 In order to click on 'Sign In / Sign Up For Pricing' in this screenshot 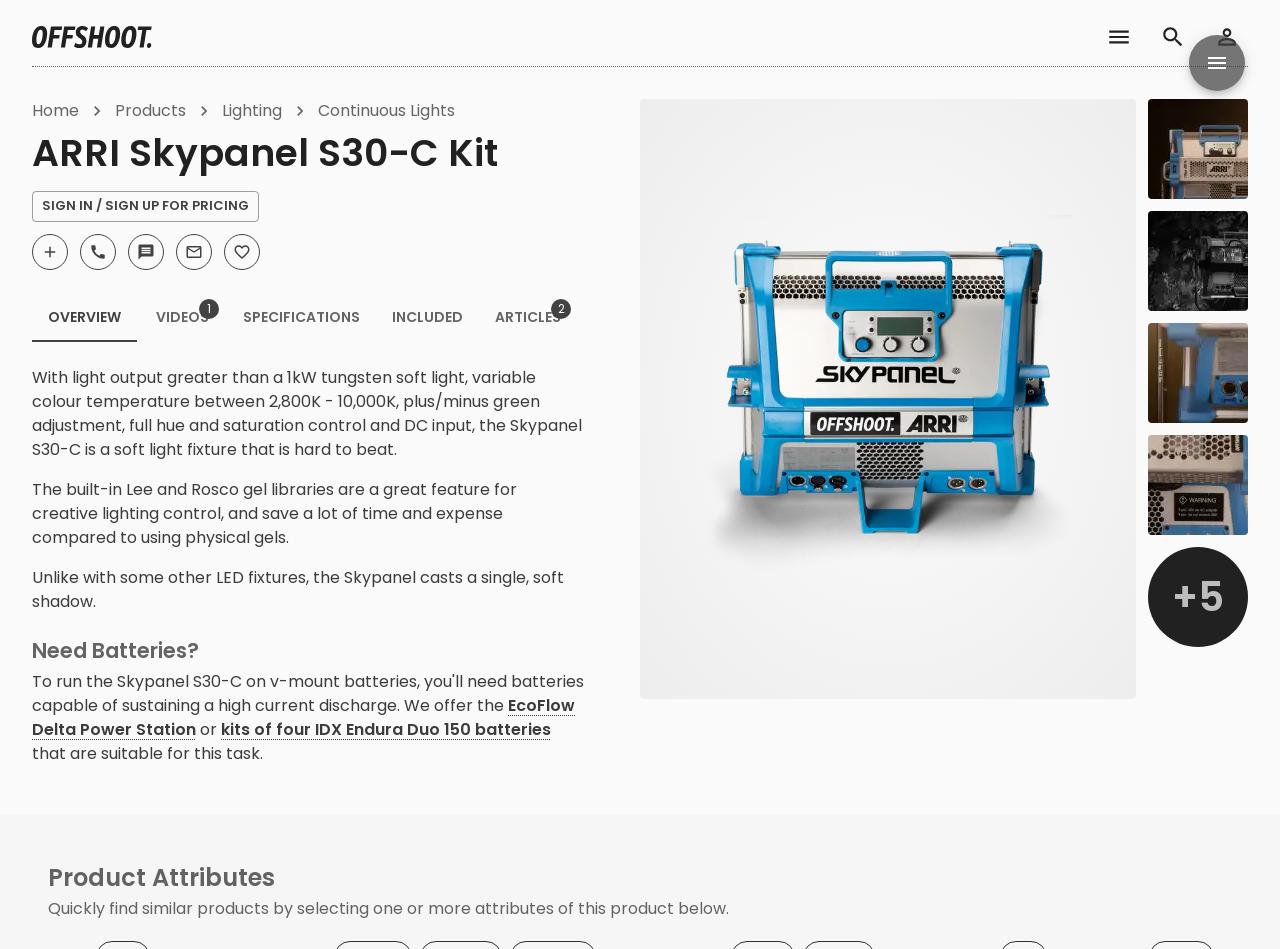, I will do `click(144, 203)`.